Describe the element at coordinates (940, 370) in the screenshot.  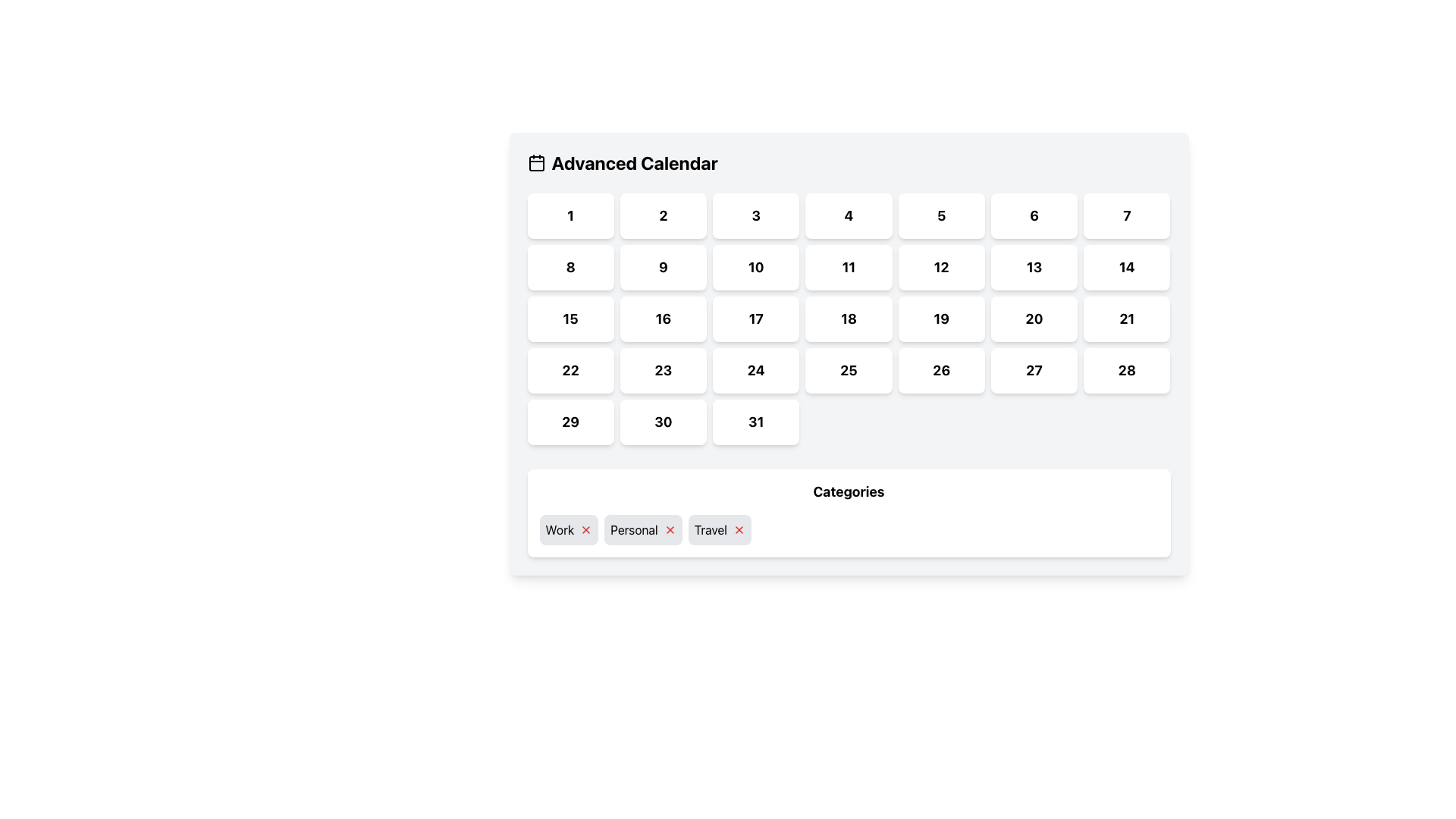
I see `the bold black text '26' inside the white rectangular button located` at that location.